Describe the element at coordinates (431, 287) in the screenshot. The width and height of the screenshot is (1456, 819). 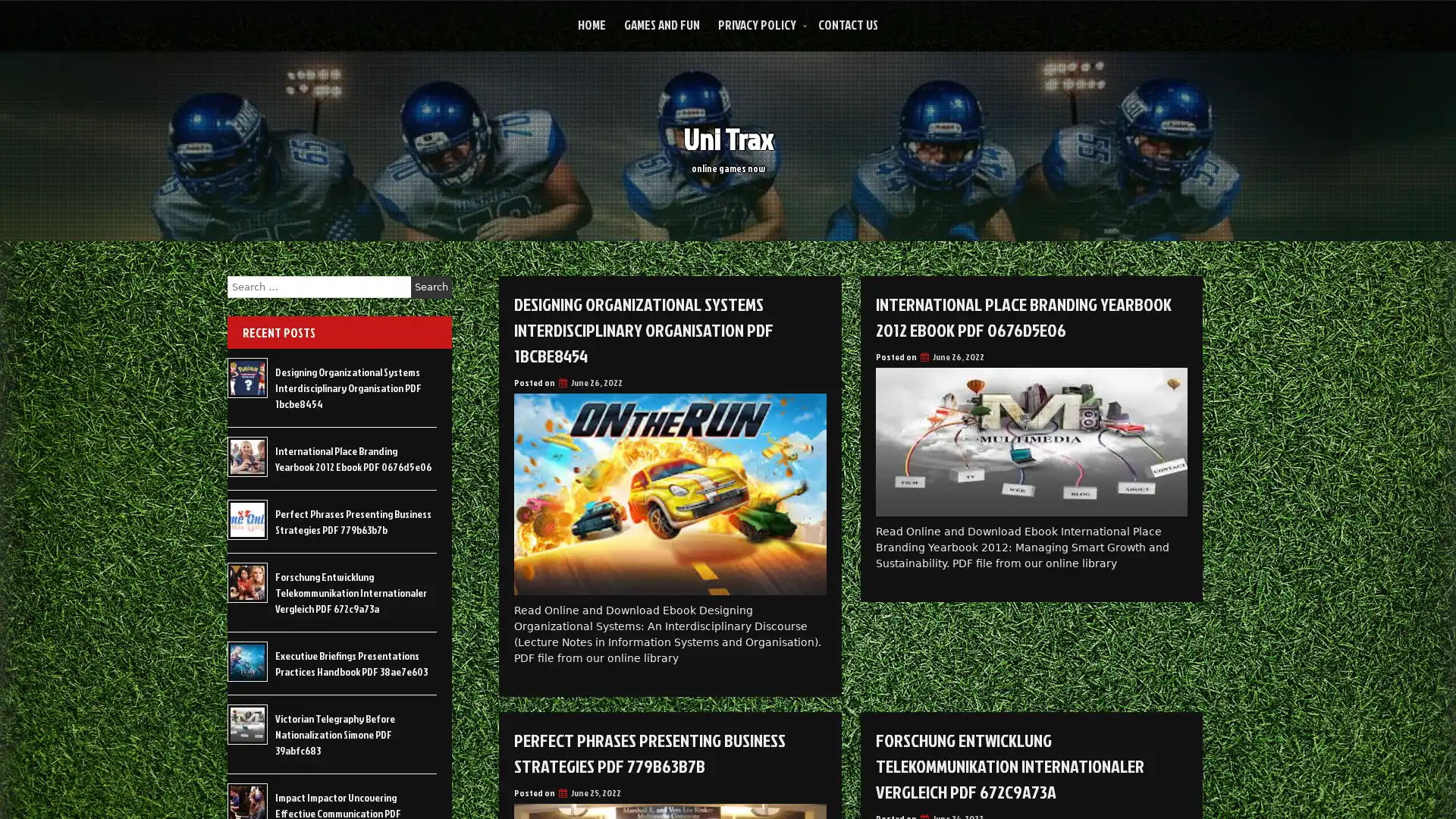
I see `Search` at that location.